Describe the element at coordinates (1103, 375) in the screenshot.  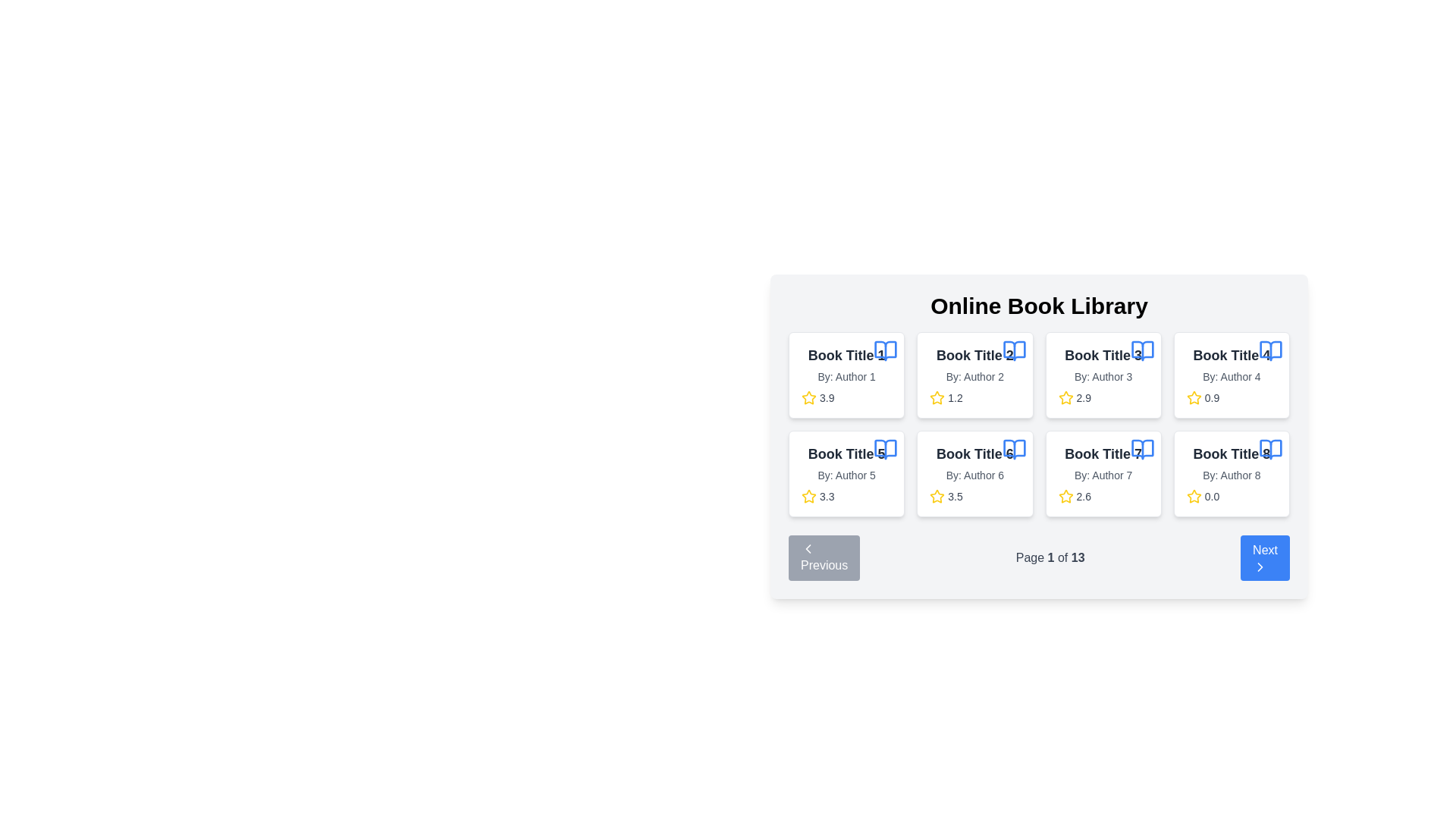
I see `the card representing the third book in the first row of the grid layout under the 'Online Book Library' heading` at that location.